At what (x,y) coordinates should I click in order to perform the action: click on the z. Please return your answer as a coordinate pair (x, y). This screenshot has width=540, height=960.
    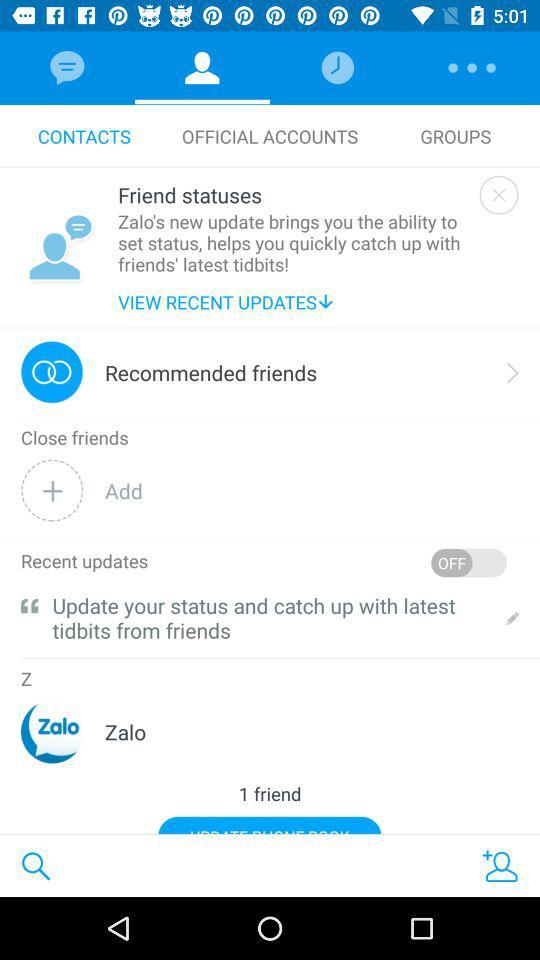
    Looking at the image, I should click on (25, 679).